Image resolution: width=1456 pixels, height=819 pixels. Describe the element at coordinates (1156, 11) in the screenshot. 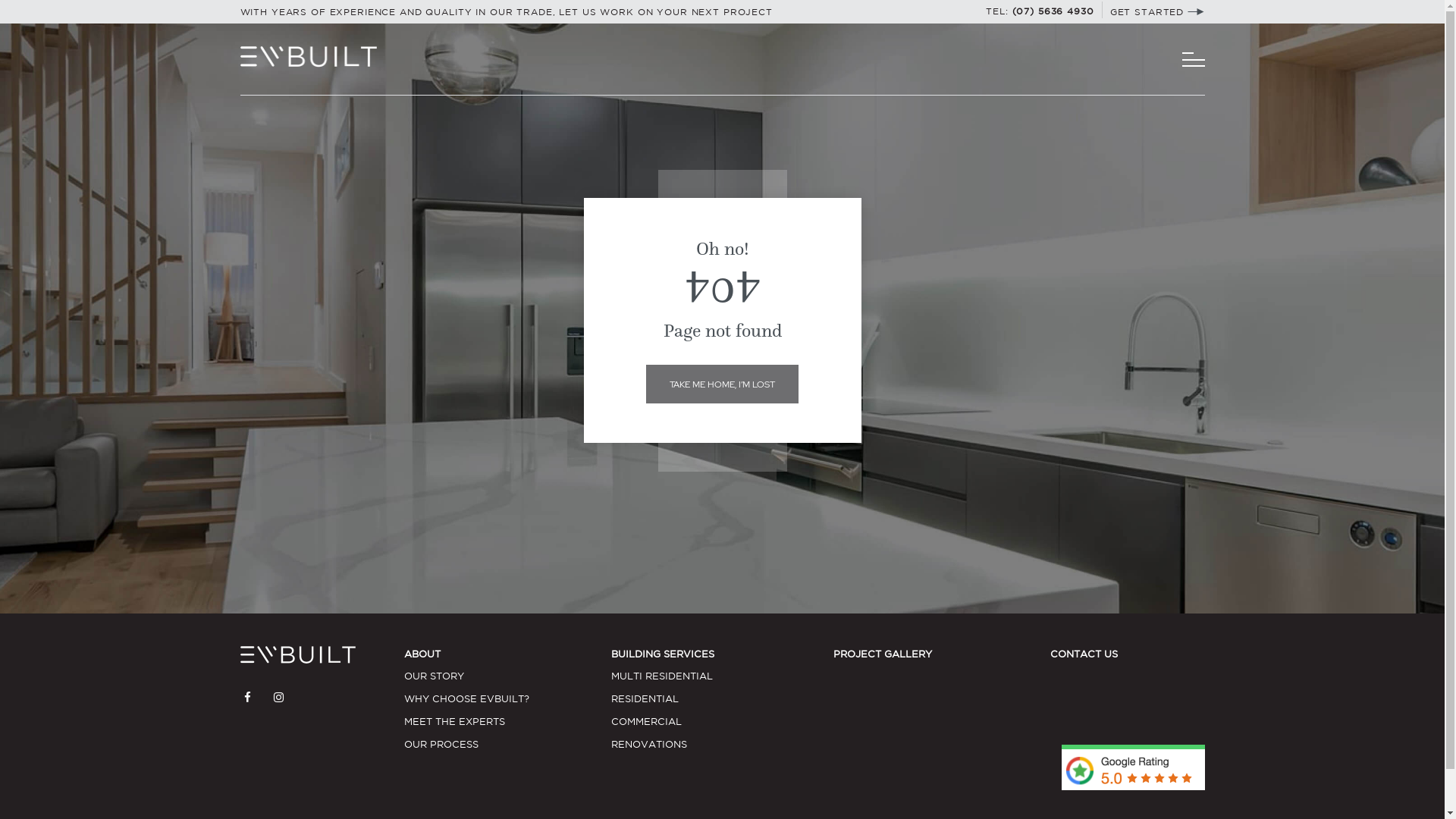

I see `'GET STARTED'` at that location.